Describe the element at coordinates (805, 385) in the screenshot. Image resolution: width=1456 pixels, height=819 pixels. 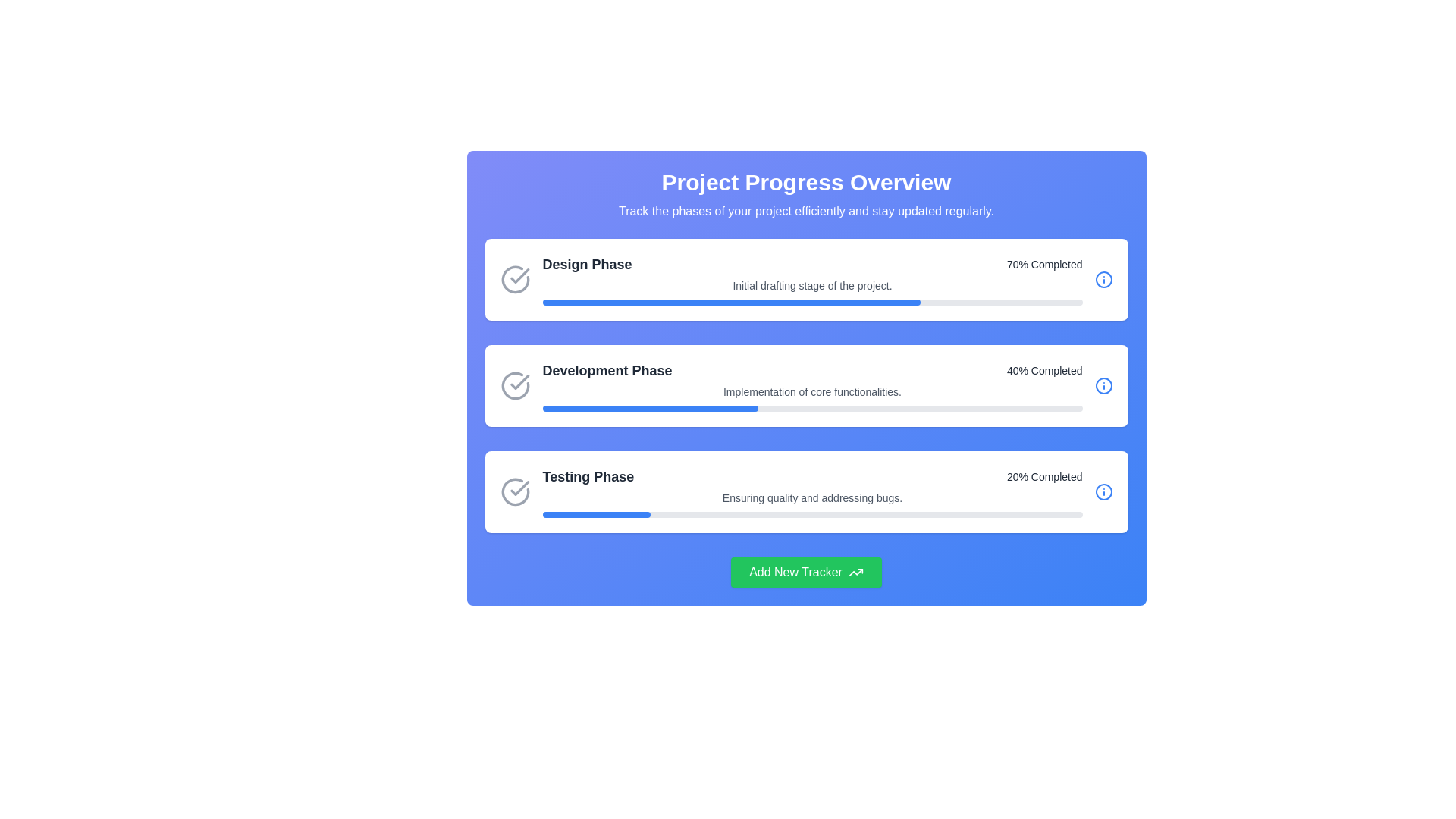
I see `the Progress Indicator Block titled 'Development Phase', which shows '40% Completed' and a blue progress bar filled to 40%` at that location.